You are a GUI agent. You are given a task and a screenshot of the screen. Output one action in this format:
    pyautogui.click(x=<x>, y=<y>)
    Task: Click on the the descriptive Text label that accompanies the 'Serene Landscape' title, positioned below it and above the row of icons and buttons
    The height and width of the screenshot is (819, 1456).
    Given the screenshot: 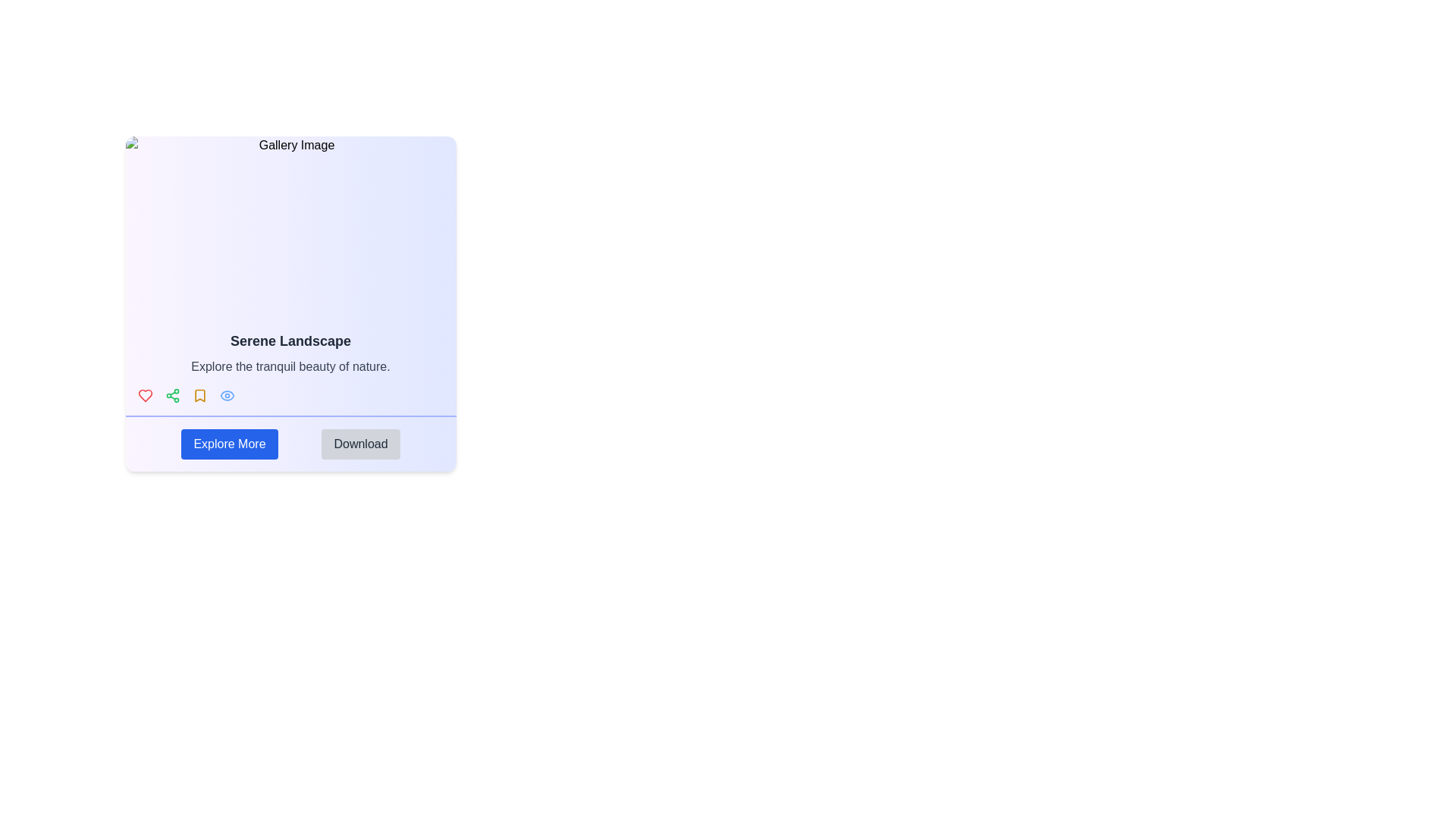 What is the action you would take?
    pyautogui.click(x=290, y=366)
    